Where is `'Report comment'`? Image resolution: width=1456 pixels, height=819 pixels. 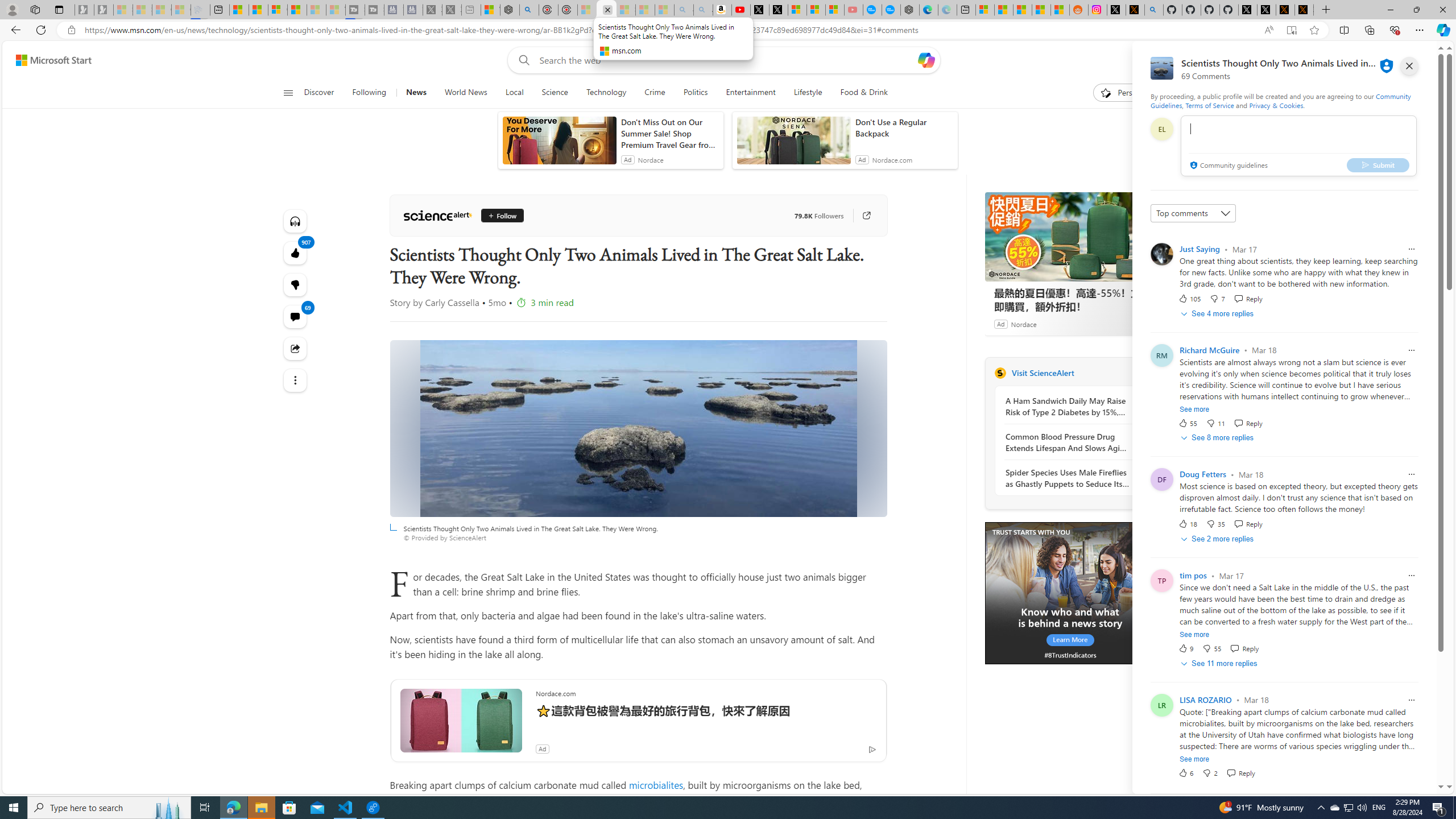 'Report comment' is located at coordinates (1410, 699).